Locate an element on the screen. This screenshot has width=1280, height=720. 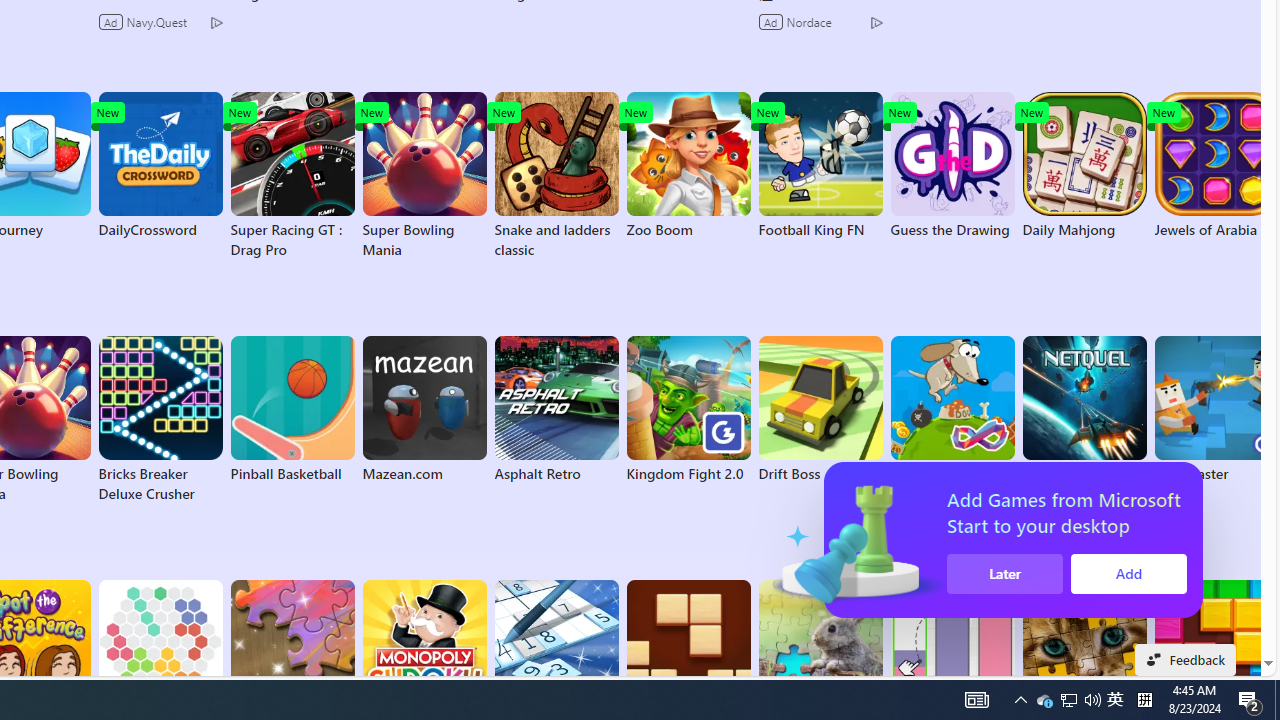
'Snake and ladders classic' is located at coordinates (556, 175).